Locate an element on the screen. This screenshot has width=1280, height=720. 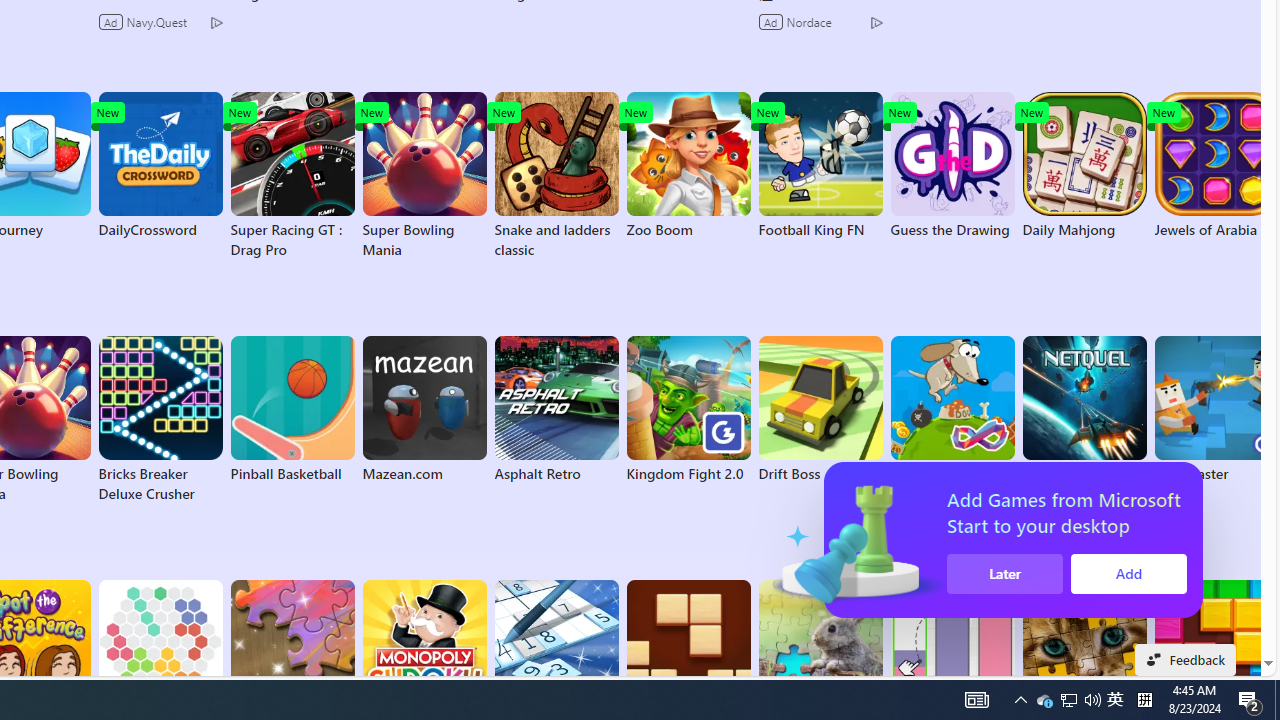
'Snake and ladders classic' is located at coordinates (556, 175).